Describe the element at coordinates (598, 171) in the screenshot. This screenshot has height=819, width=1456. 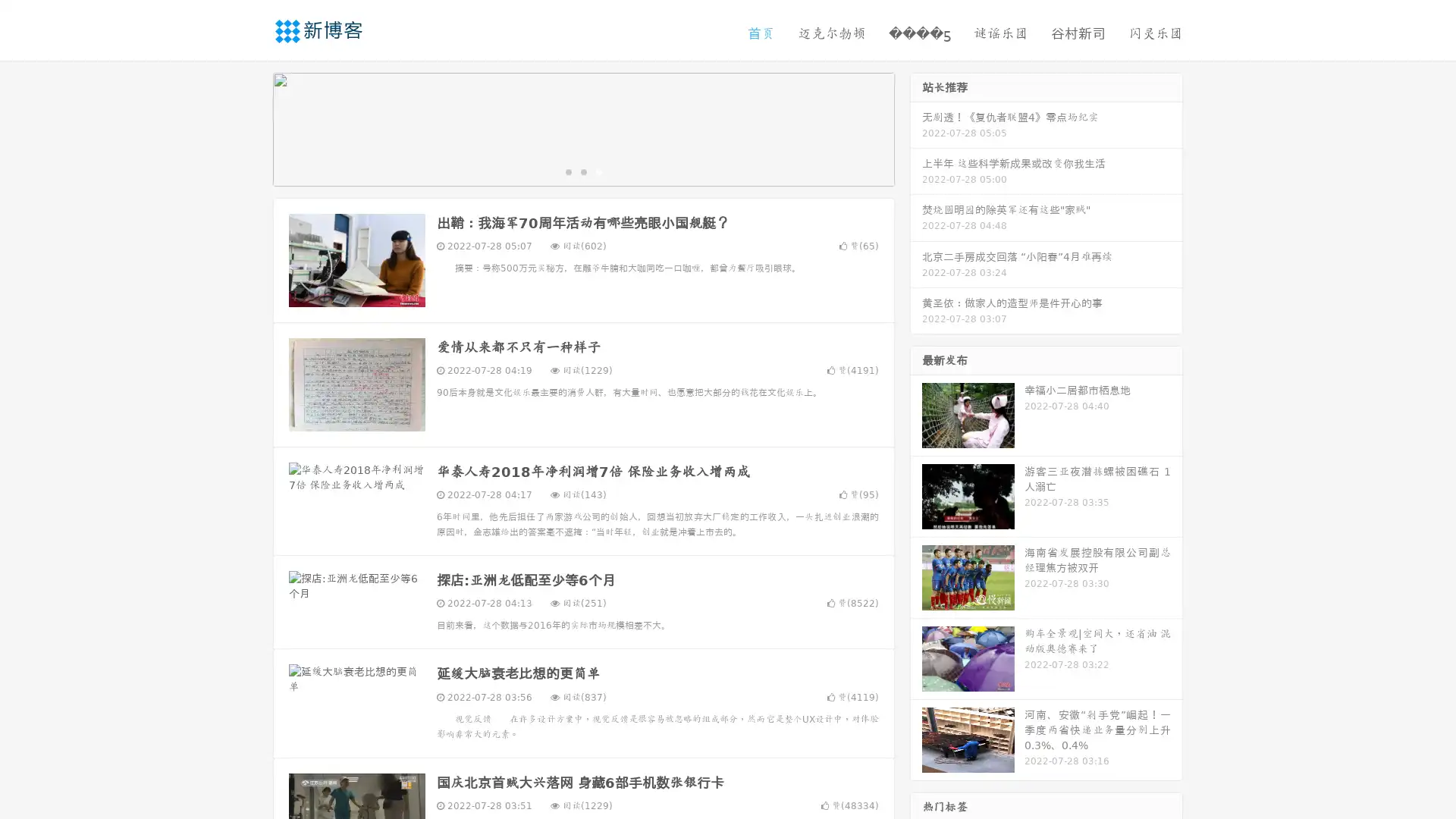
I see `Go to slide 3` at that location.